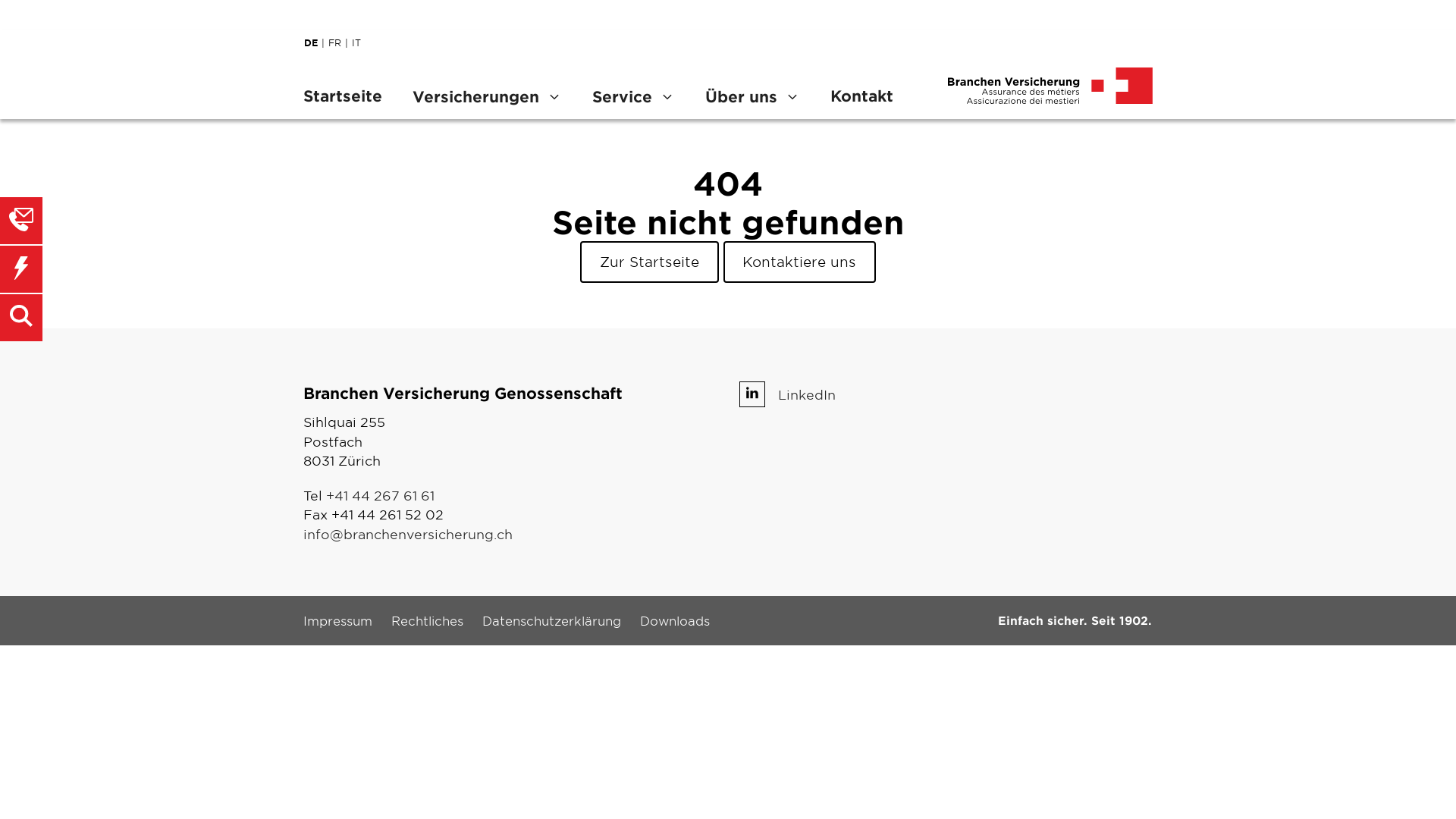 This screenshot has height=819, width=1456. Describe the element at coordinates (359, 42) in the screenshot. I see `'IT'` at that location.